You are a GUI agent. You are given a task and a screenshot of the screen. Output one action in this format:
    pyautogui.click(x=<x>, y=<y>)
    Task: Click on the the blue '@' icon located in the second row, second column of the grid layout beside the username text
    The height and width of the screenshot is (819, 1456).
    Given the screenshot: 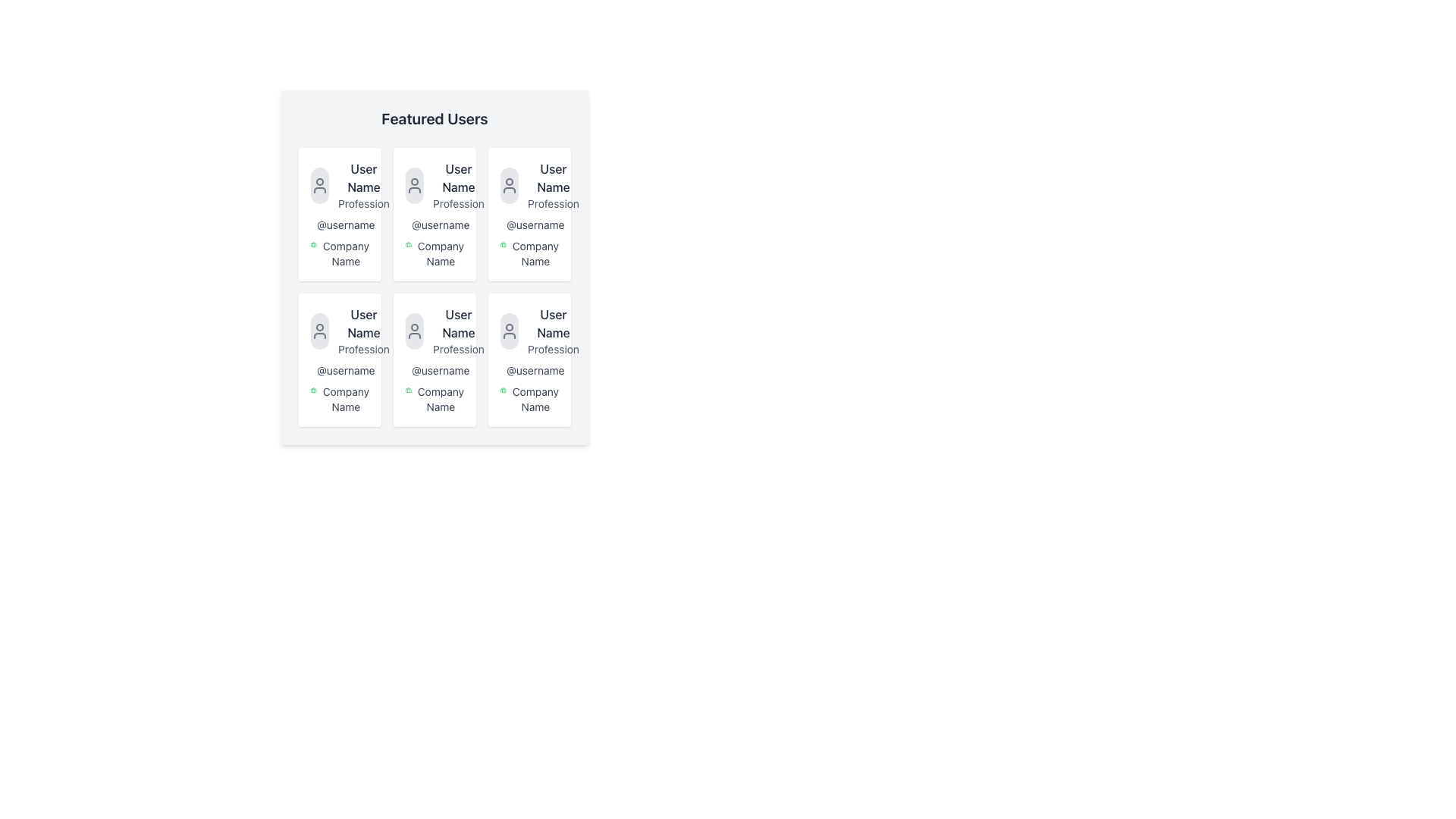 What is the action you would take?
    pyautogui.click(x=415, y=372)
    